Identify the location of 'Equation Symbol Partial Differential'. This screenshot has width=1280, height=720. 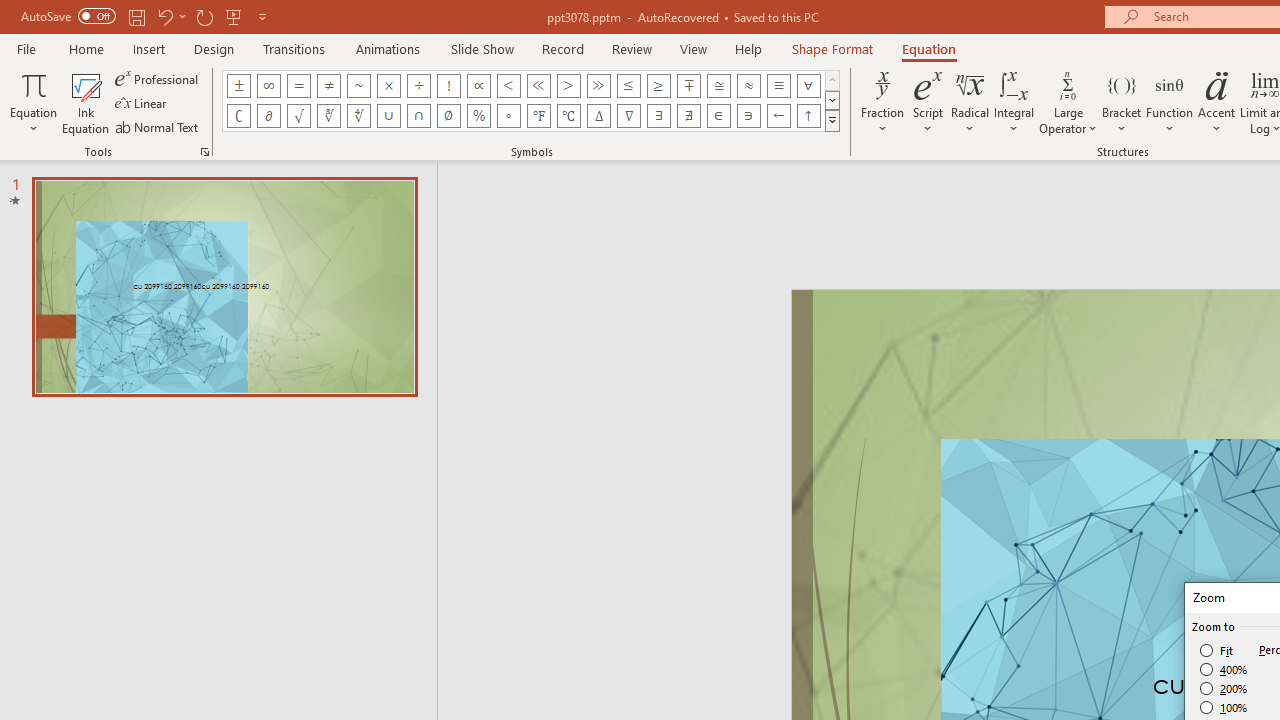
(267, 115).